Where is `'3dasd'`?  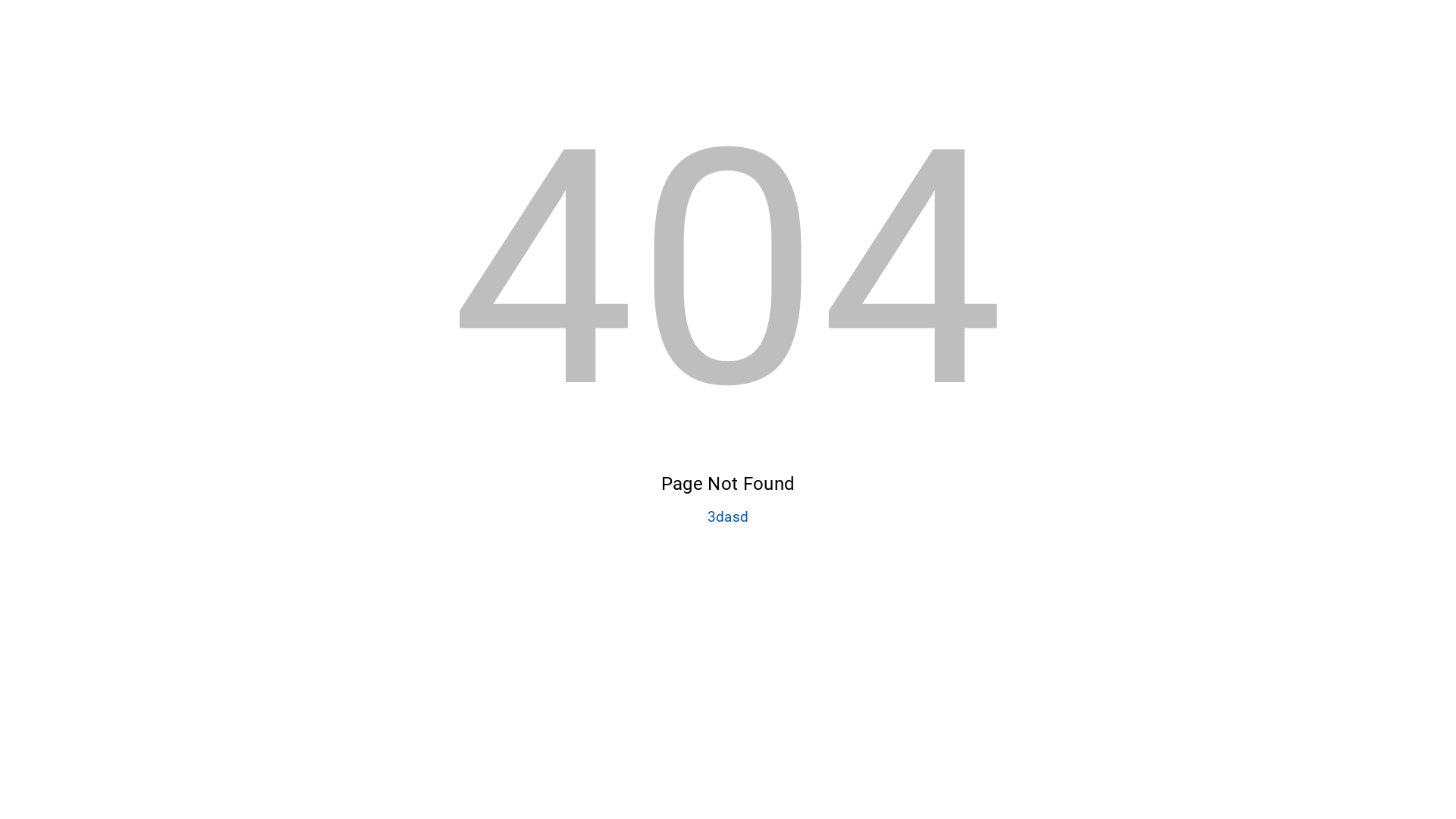
'3dasd' is located at coordinates (728, 516).